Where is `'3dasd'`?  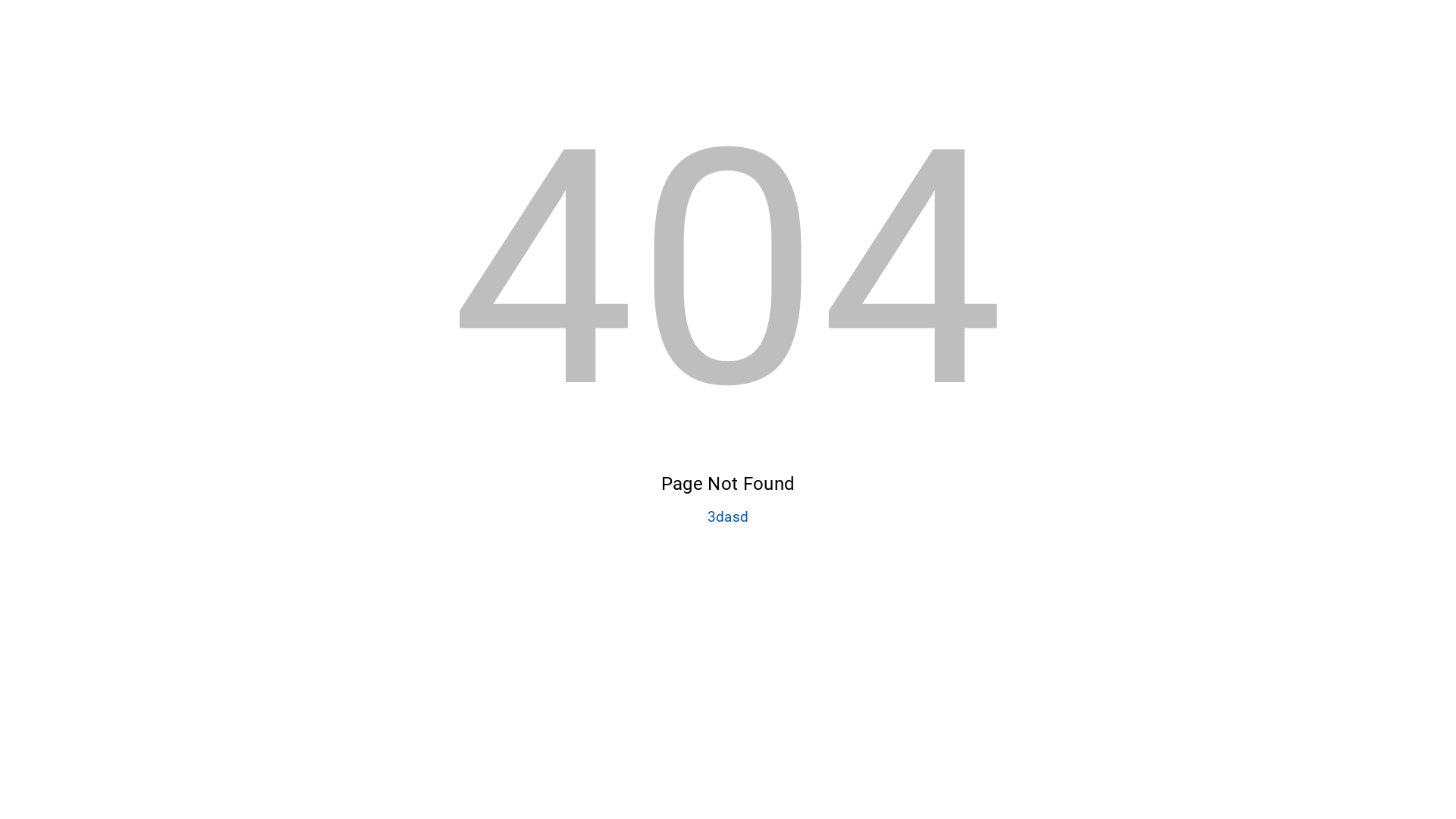
'3dasd' is located at coordinates (728, 516).